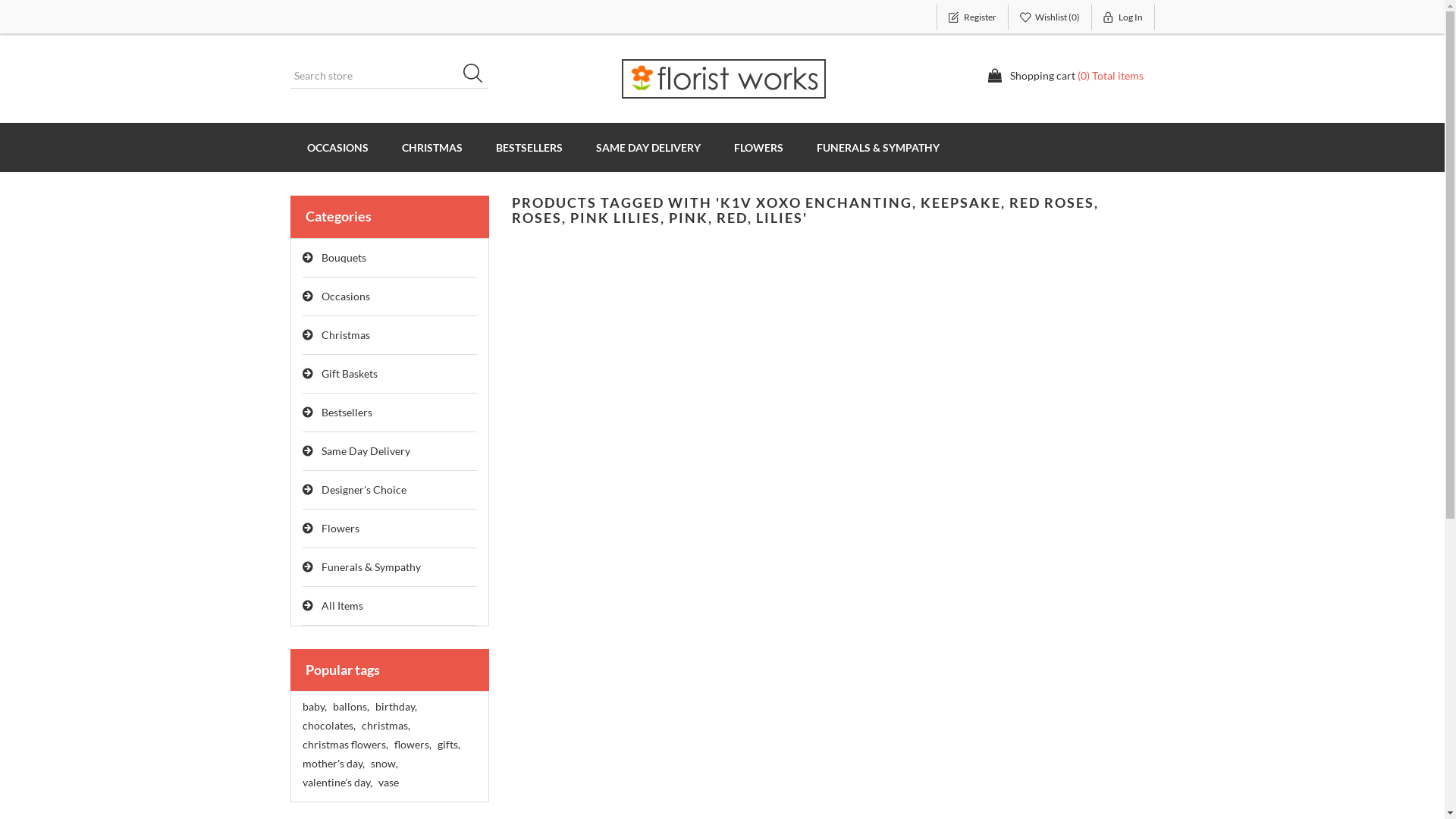  Describe the element at coordinates (1008, 17) in the screenshot. I see `'Wishlist (0)'` at that location.